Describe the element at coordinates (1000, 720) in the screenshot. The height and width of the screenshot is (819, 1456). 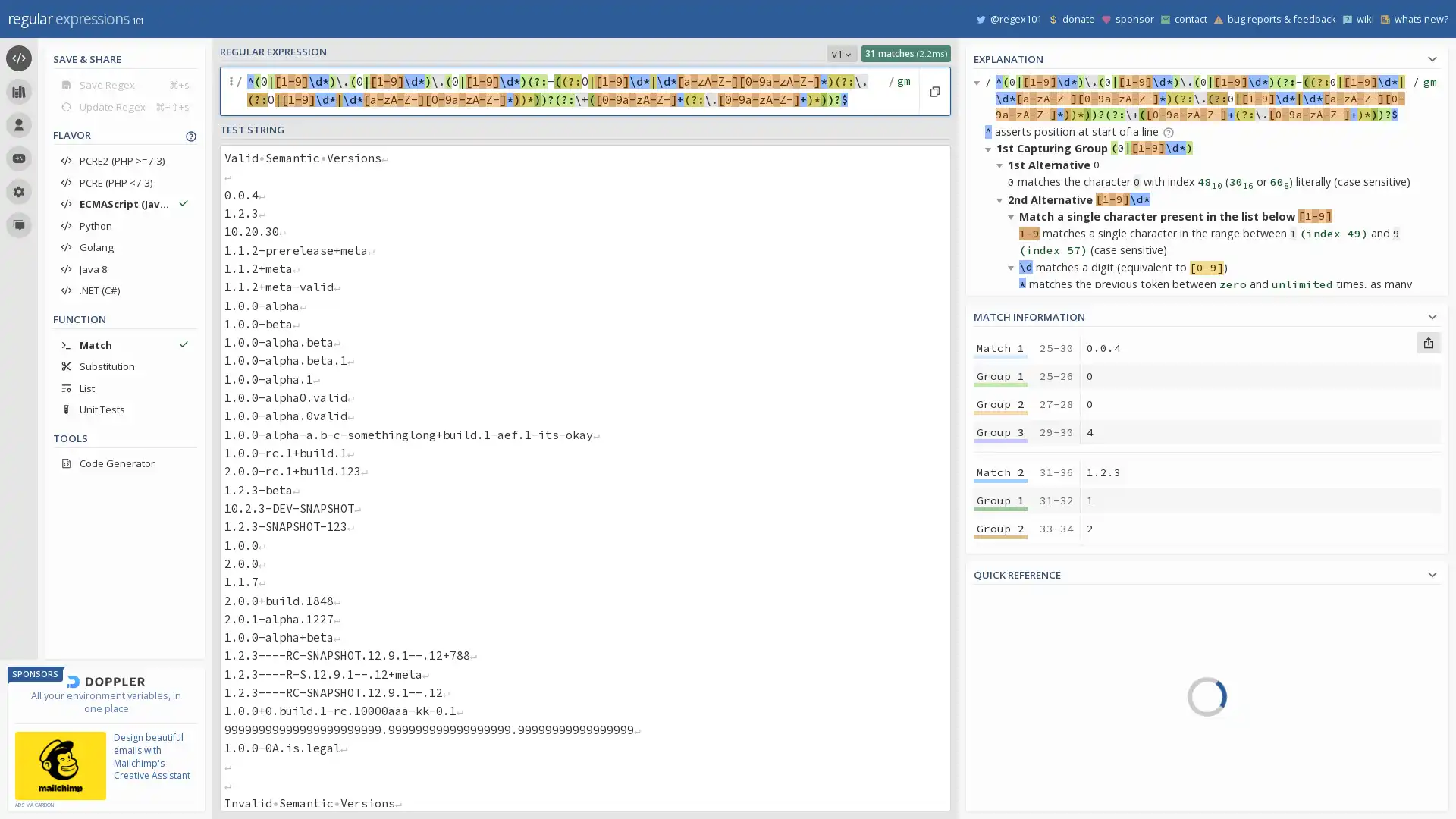
I see `Match 4` at that location.